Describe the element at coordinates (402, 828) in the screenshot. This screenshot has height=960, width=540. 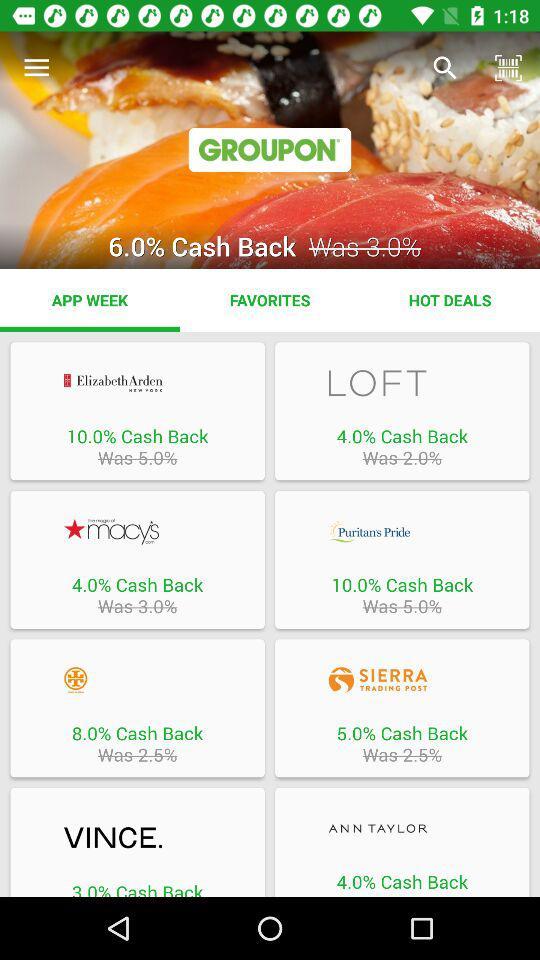
I see `leads to ann taylor website` at that location.